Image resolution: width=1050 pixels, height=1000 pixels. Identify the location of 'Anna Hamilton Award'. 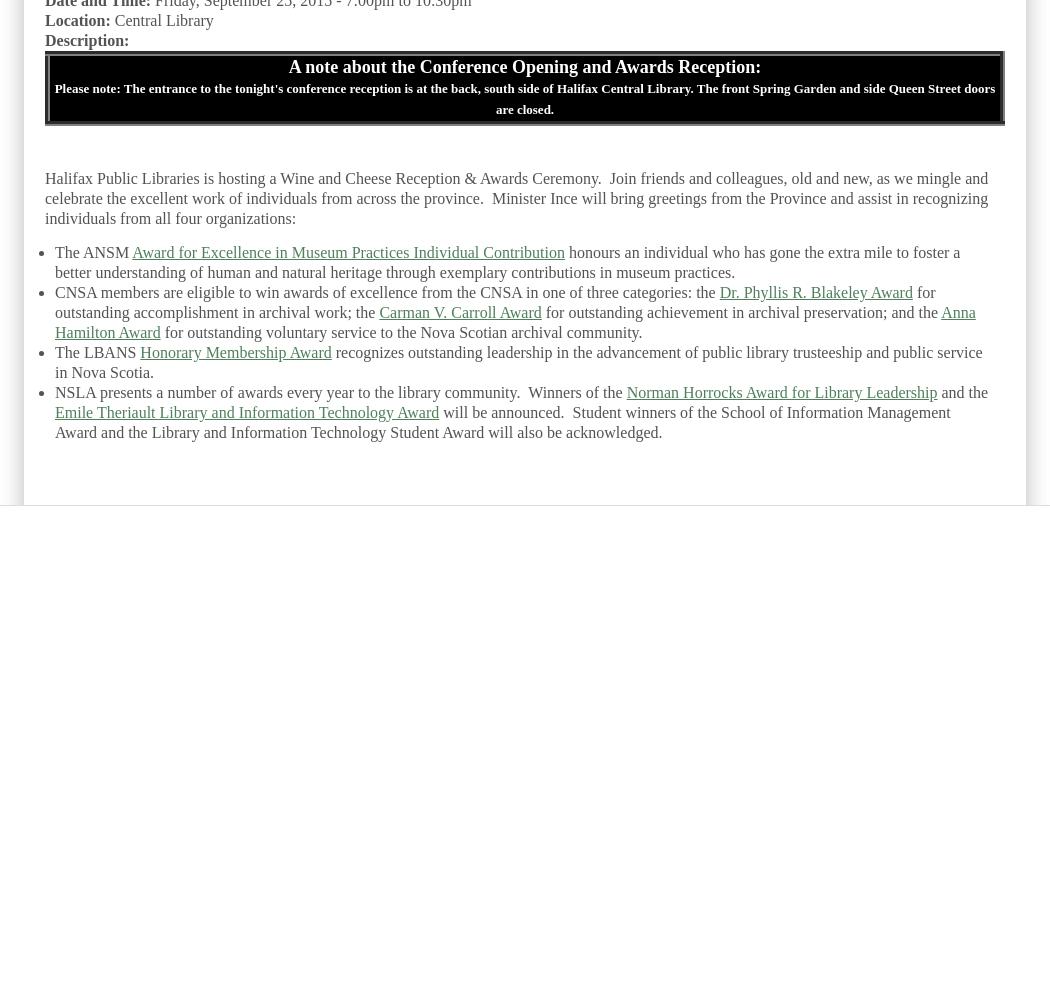
(514, 320).